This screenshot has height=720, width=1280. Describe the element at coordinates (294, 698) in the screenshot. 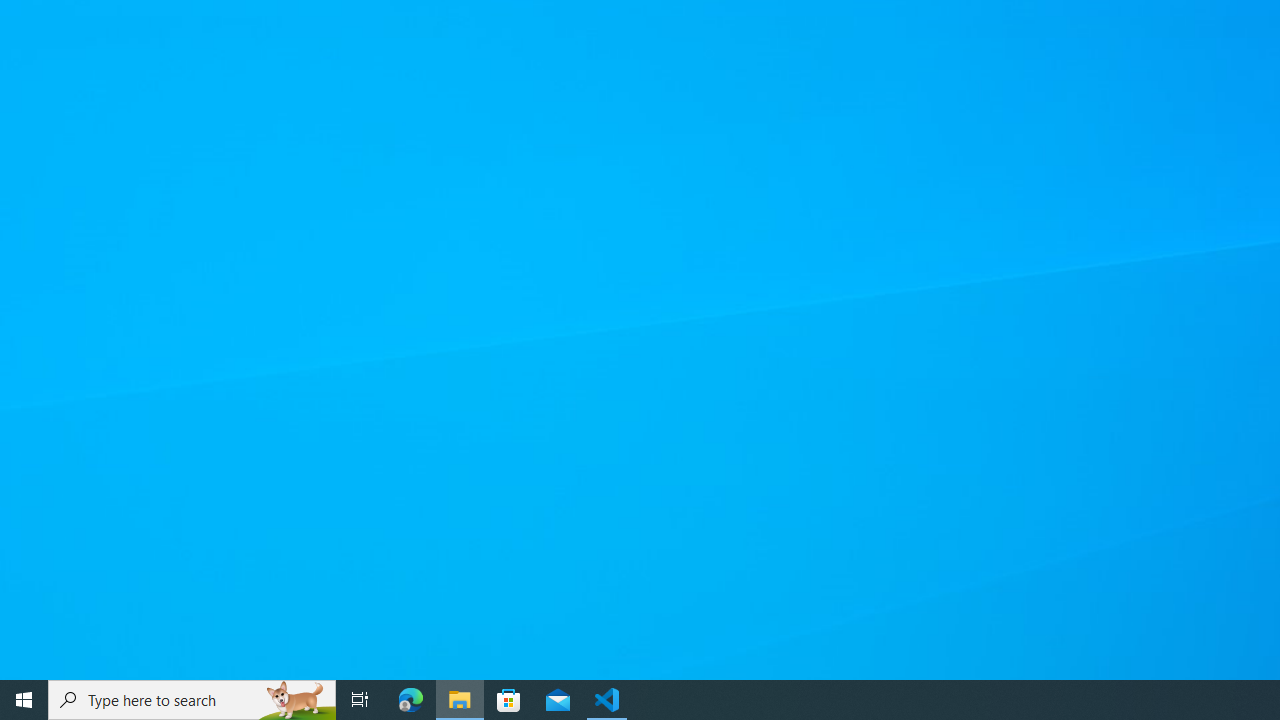

I see `'Search highlights icon opens search home window'` at that location.